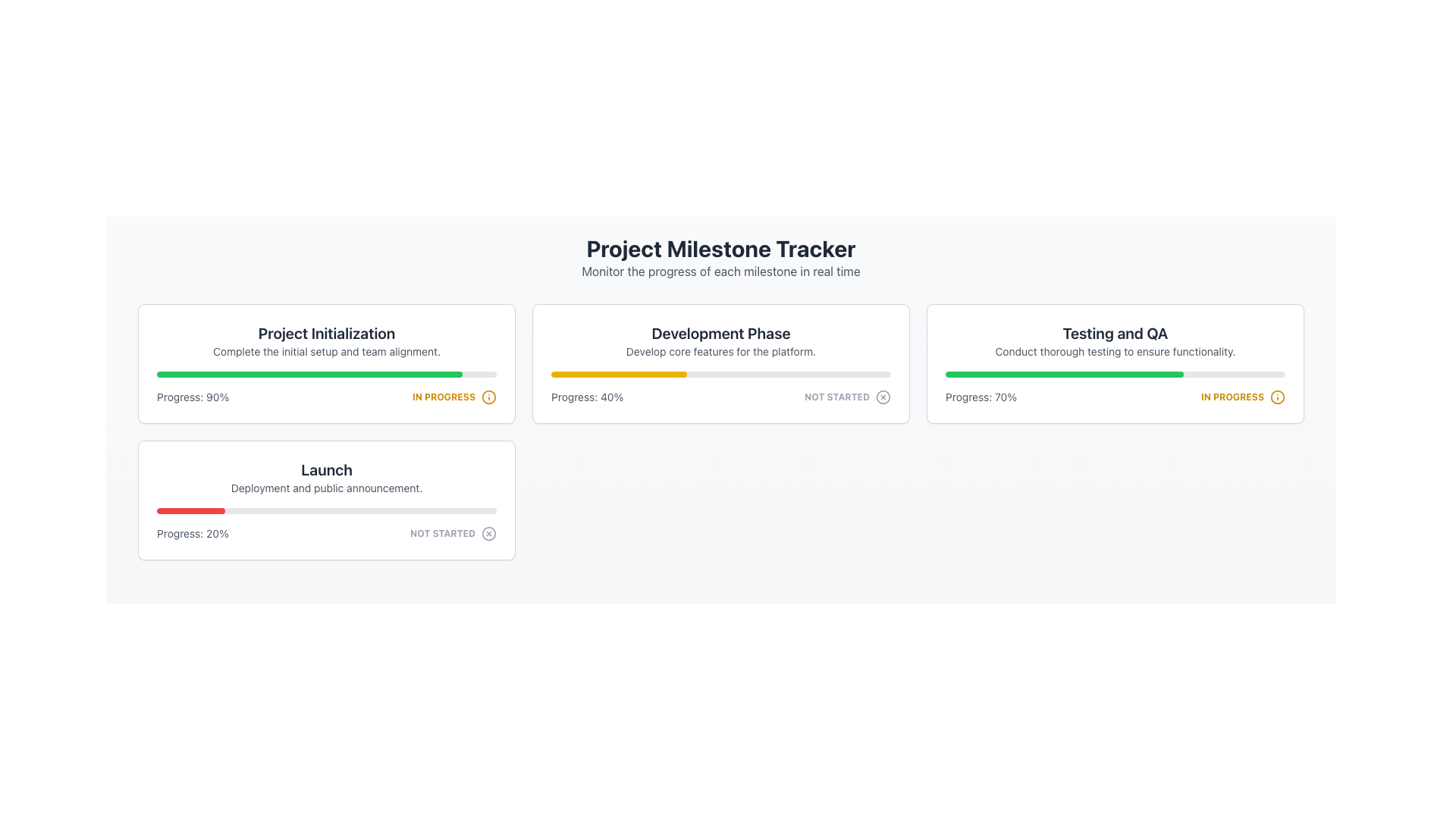  What do you see at coordinates (586, 397) in the screenshot?
I see `the text label displaying the progress percentage for the 'Development Phase' milestone, located at the bottom-left area of the section near the progress bar` at bounding box center [586, 397].